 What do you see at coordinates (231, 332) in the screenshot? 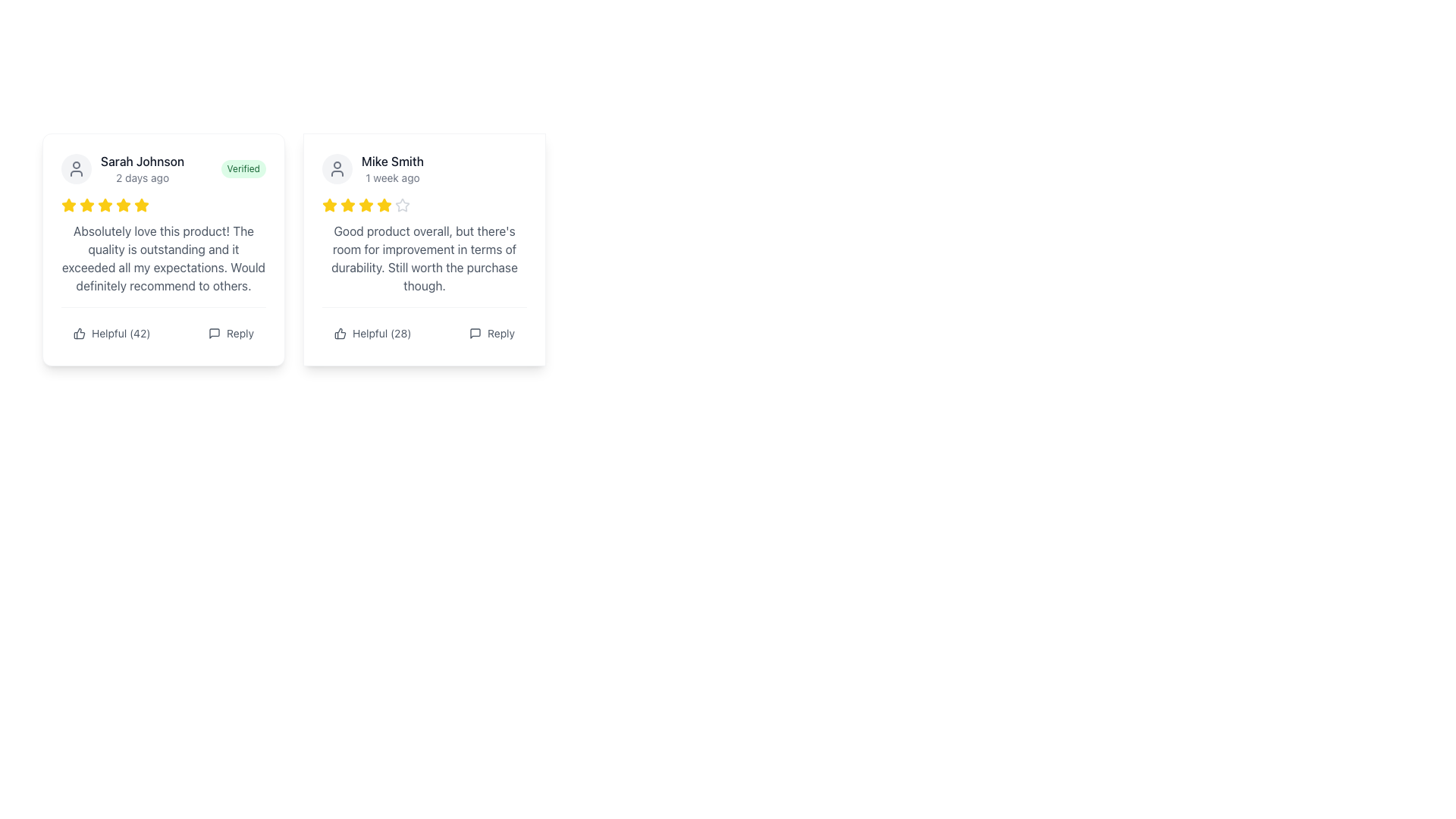
I see `the reply button located at the bottom-right of the left review card` at bounding box center [231, 332].